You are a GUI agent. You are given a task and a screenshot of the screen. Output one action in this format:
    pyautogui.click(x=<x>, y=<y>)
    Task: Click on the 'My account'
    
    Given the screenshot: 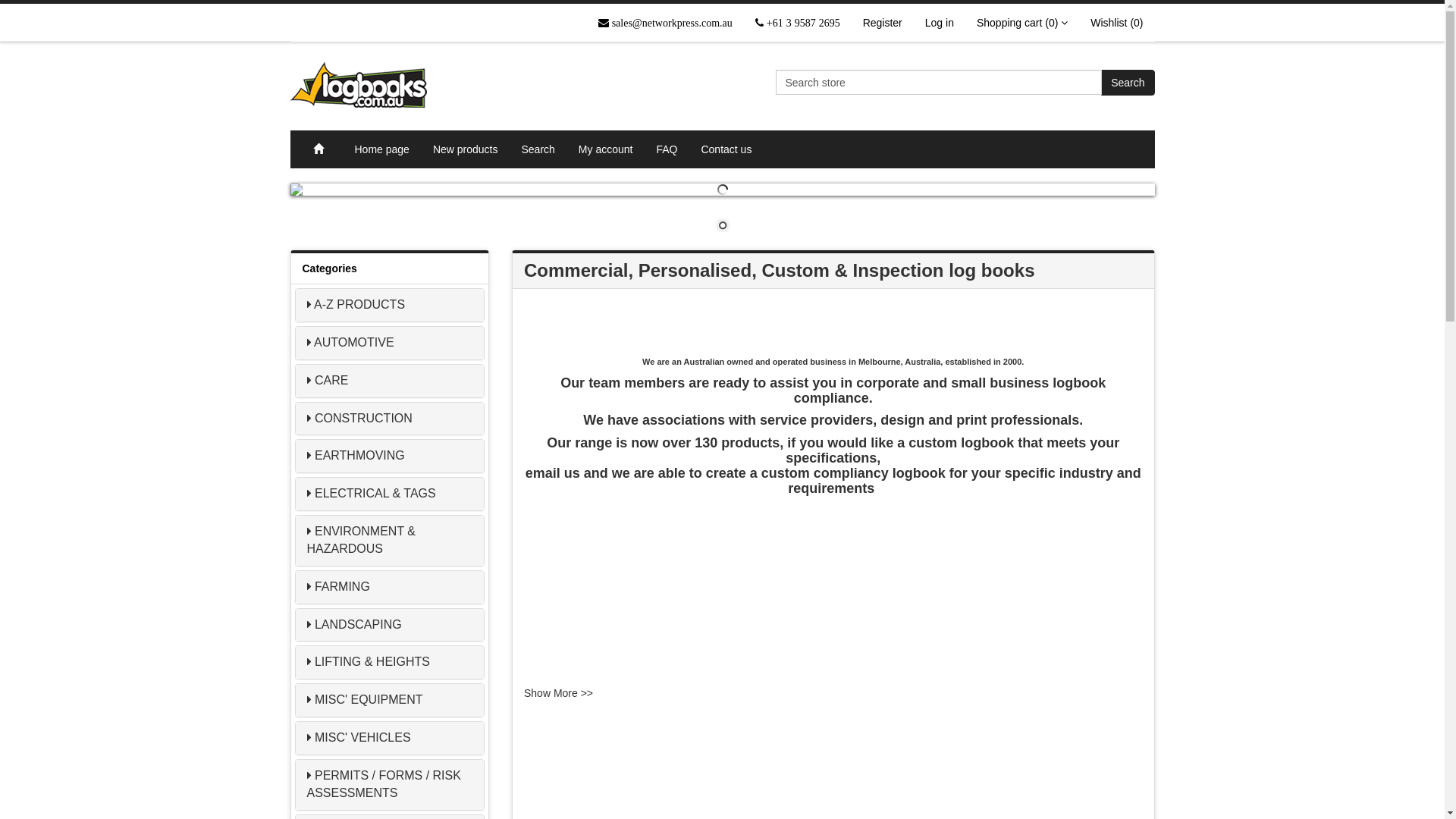 What is the action you would take?
    pyautogui.click(x=566, y=149)
    